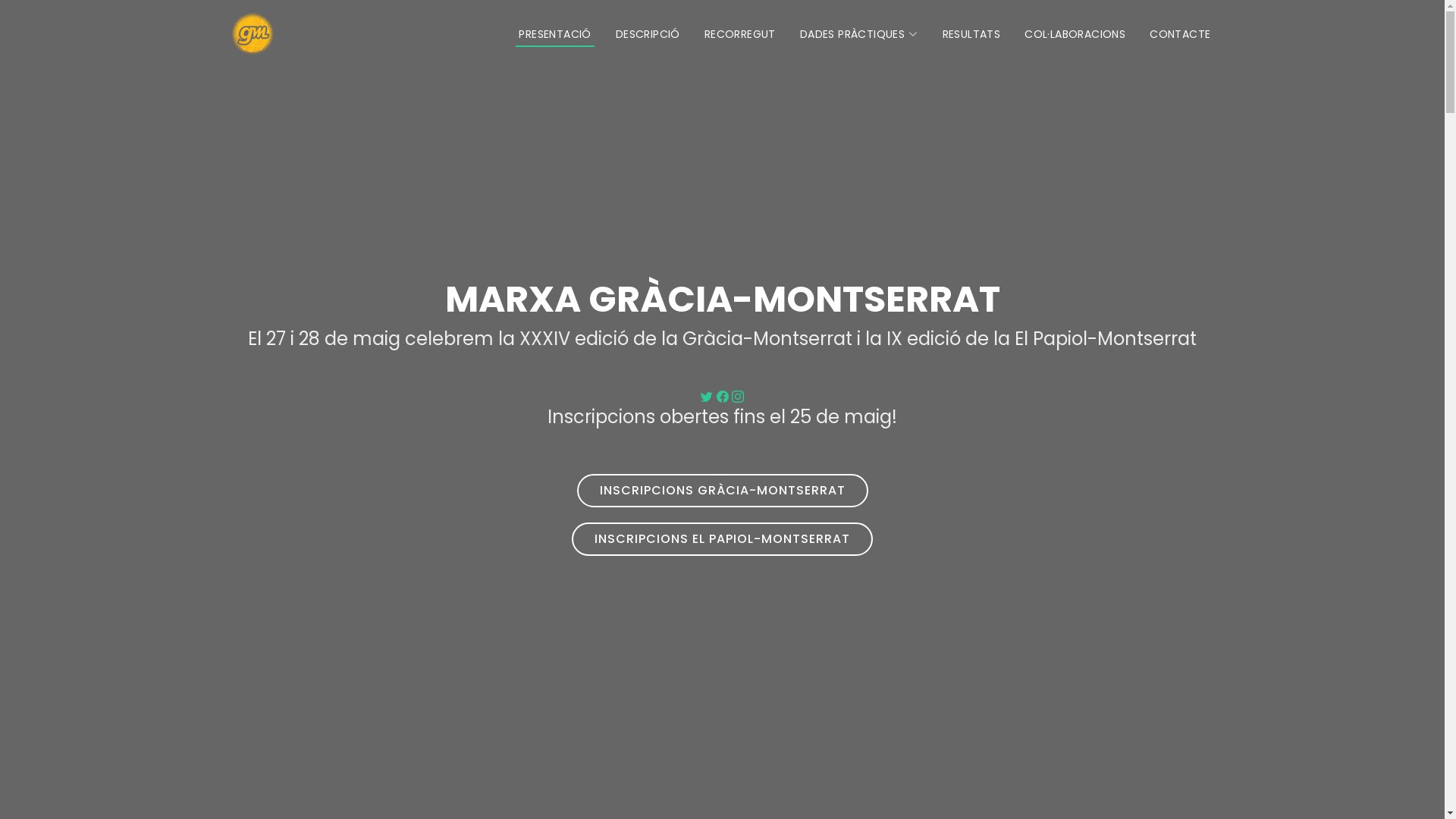 Image resolution: width=1456 pixels, height=819 pixels. What do you see at coordinates (739, 33) in the screenshot?
I see `'RECORREGUT'` at bounding box center [739, 33].